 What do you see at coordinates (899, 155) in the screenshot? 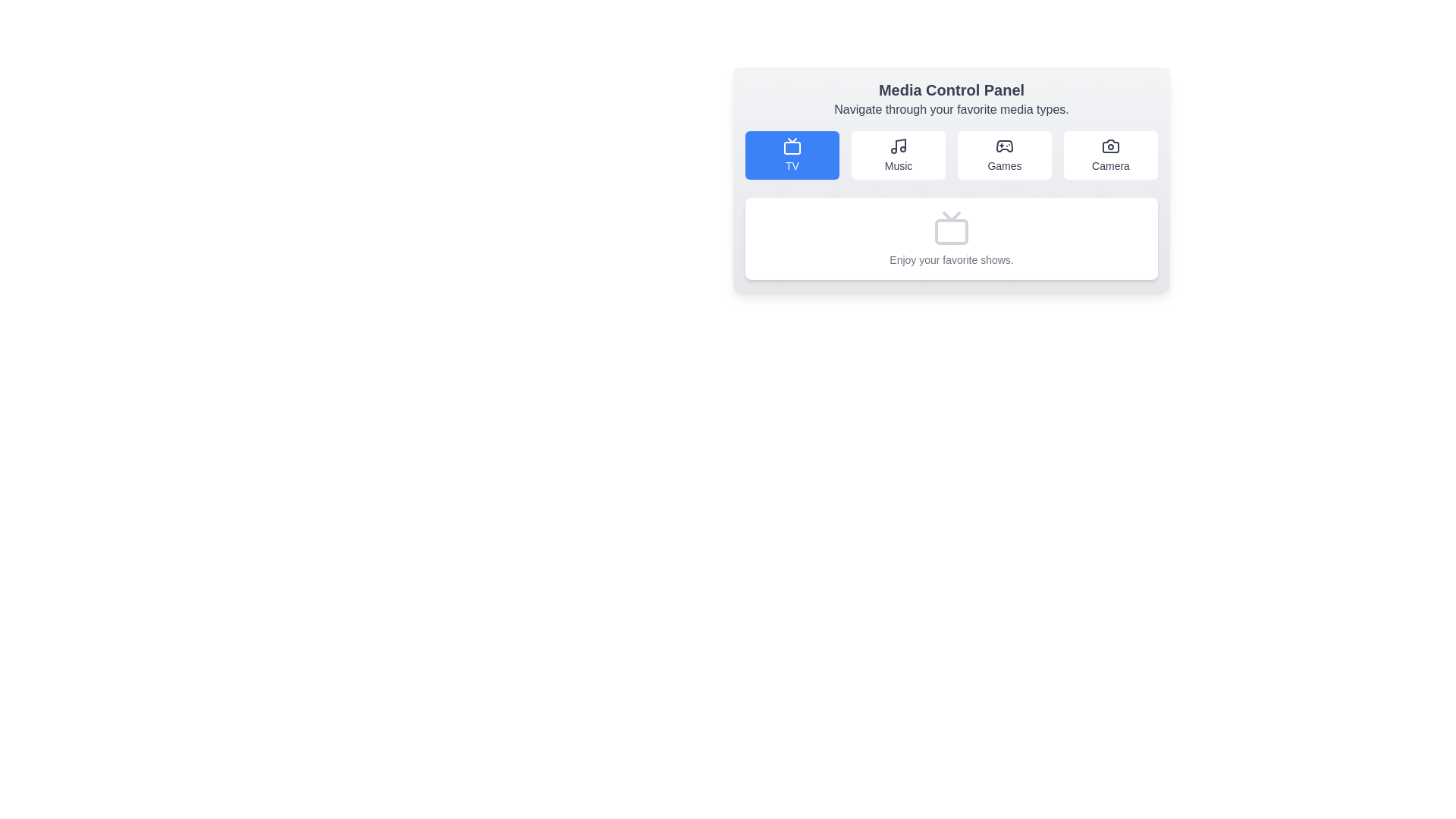
I see `the navigation button for 'Music', positioned between the 'TV' and 'Games' buttons` at bounding box center [899, 155].